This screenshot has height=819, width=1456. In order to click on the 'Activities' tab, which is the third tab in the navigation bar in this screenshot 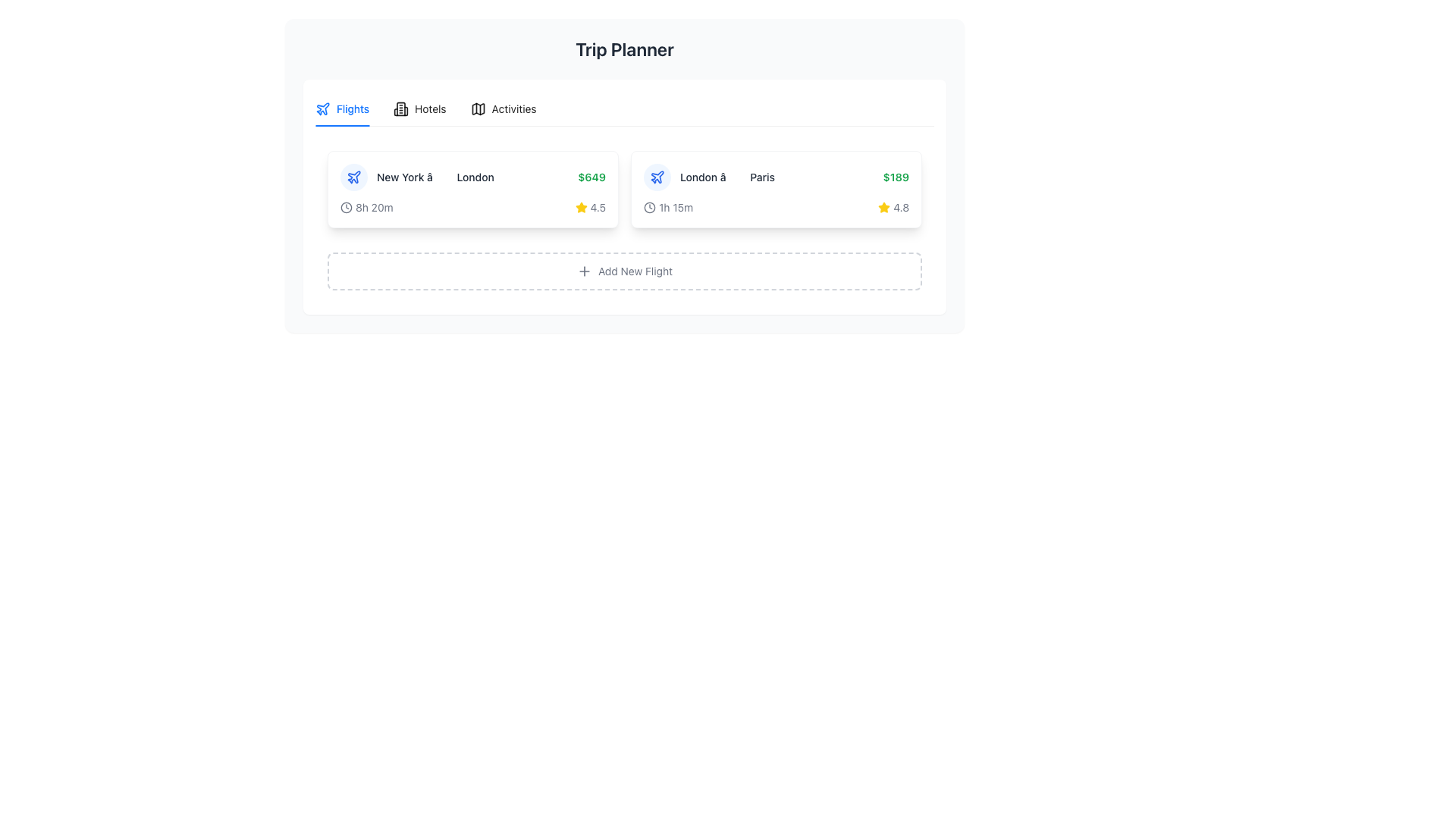, I will do `click(503, 108)`.